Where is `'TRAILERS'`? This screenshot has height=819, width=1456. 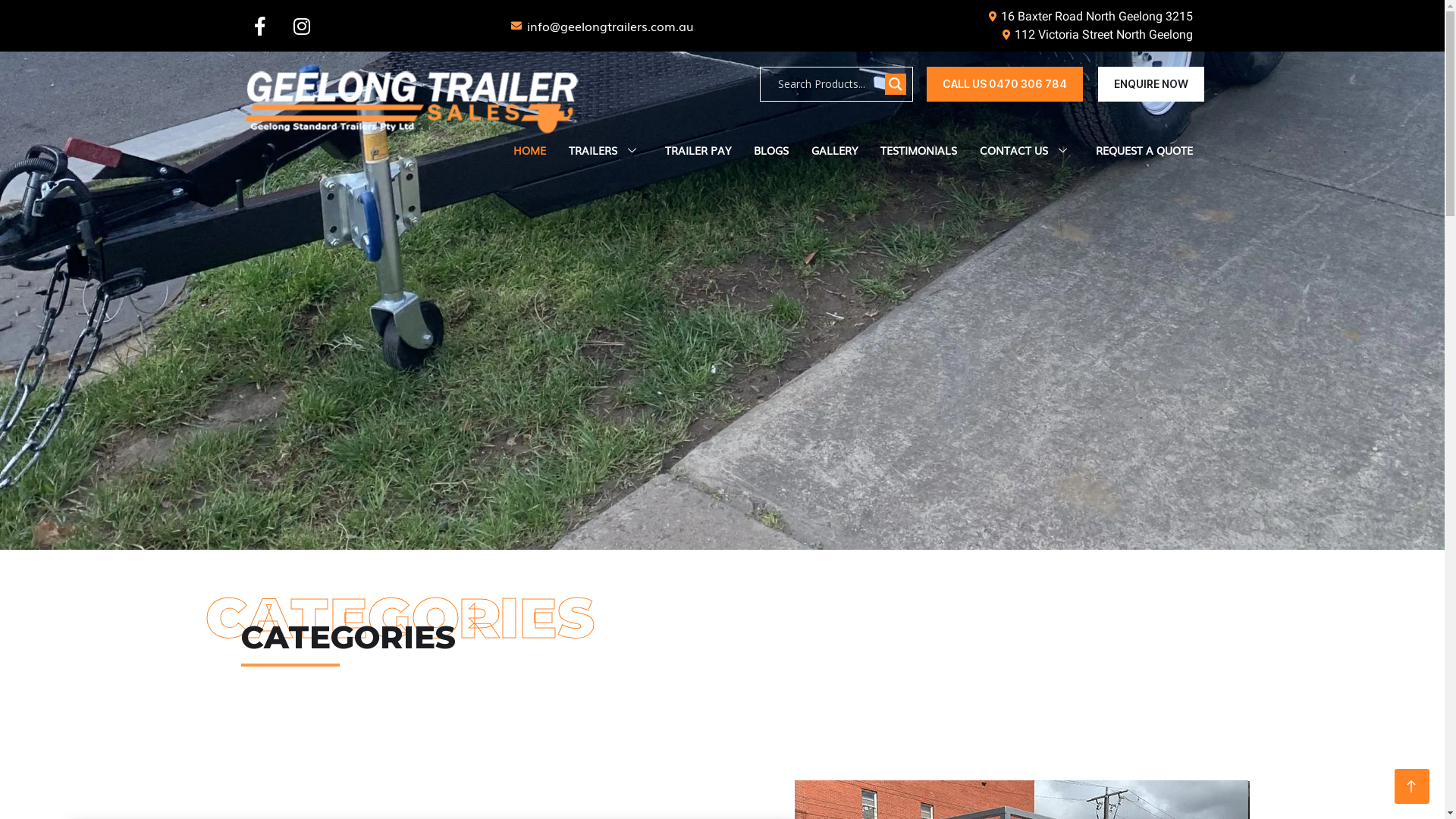
'TRAILERS' is located at coordinates (604, 151).